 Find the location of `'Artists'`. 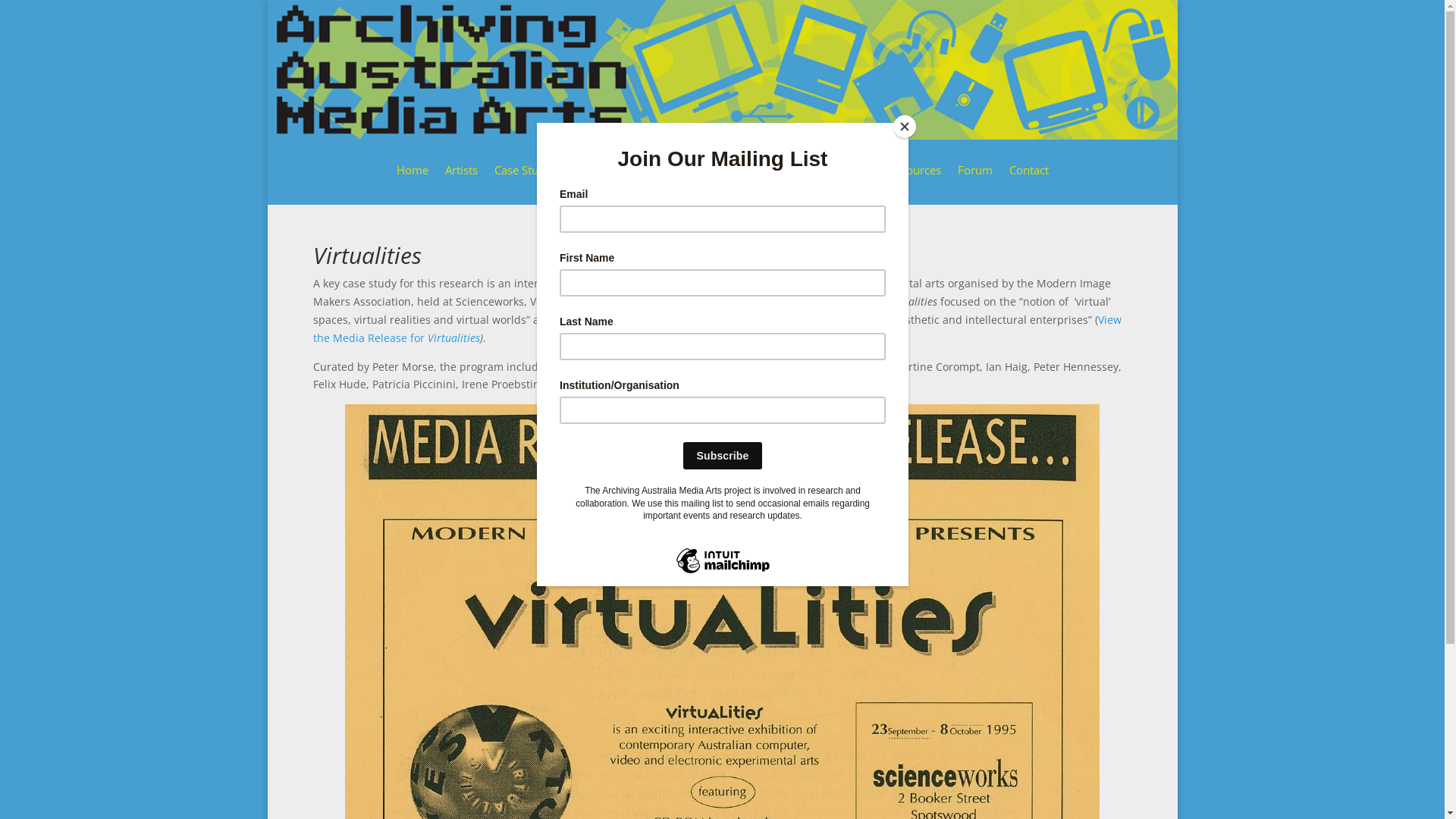

'Artists' is located at coordinates (460, 180).